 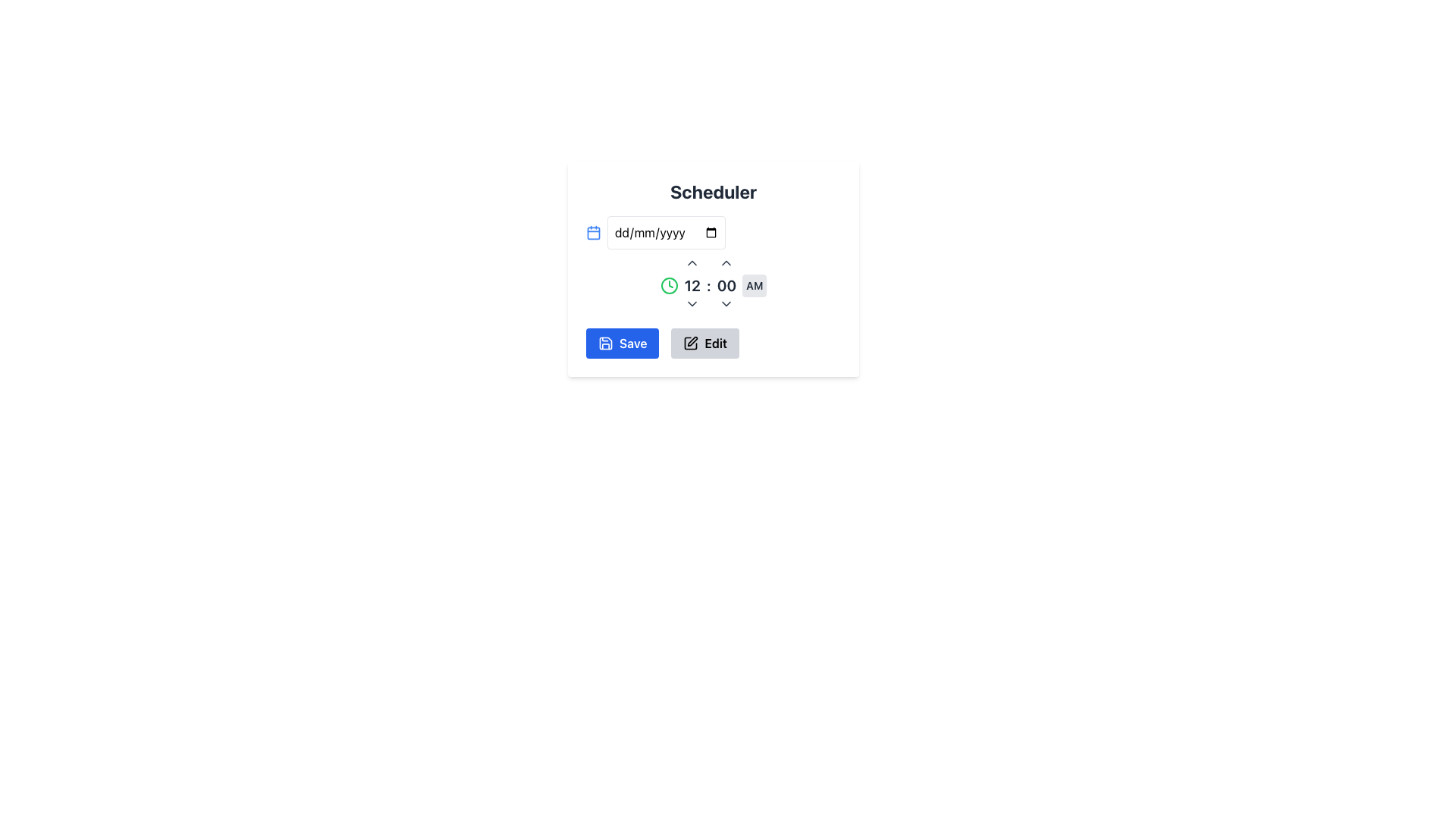 What do you see at coordinates (712, 191) in the screenshot?
I see `the text label at the top center of the card, which serves as the title indicating the primary purpose of the content below` at bounding box center [712, 191].